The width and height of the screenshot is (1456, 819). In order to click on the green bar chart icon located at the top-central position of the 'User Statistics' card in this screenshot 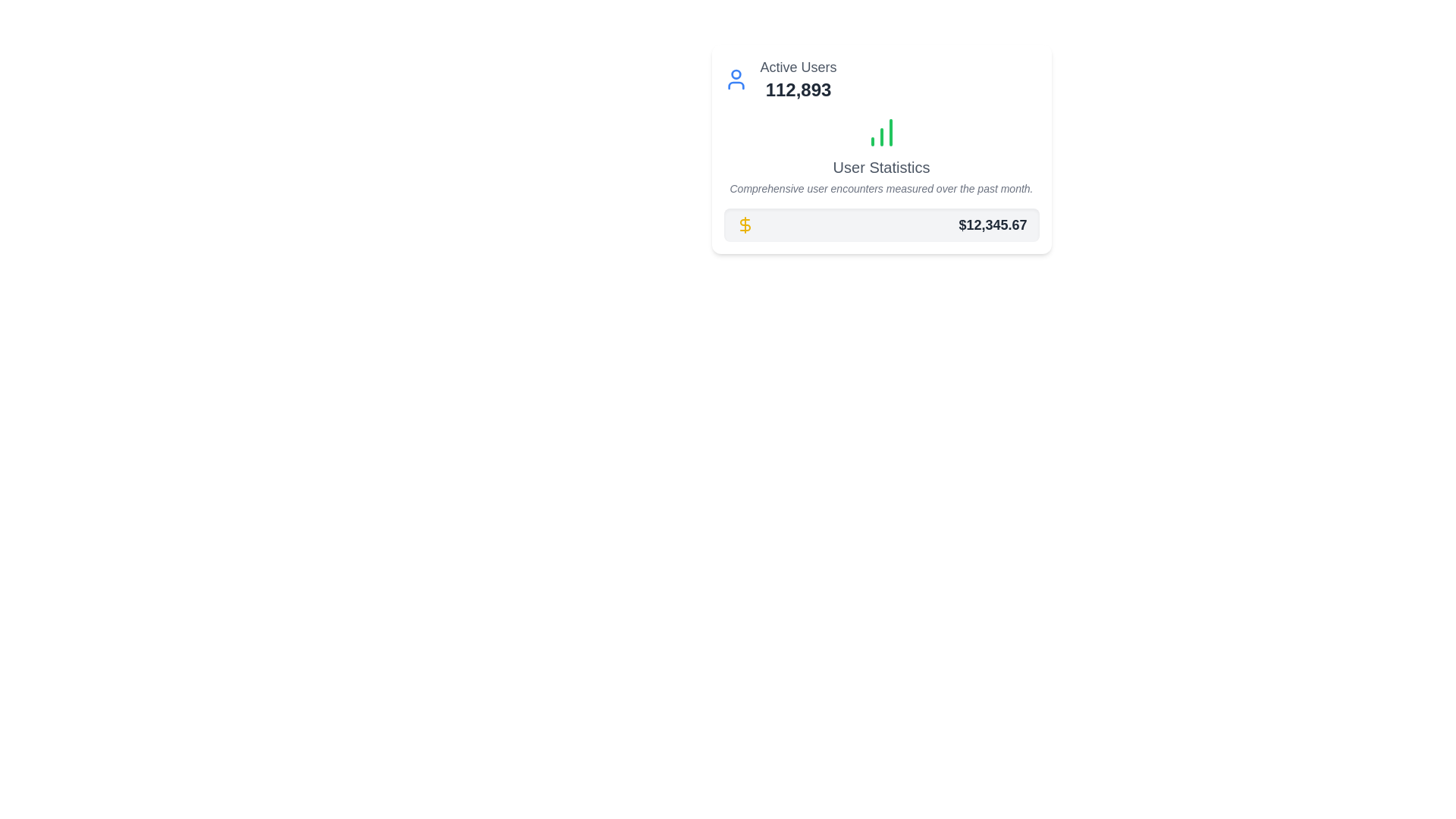, I will do `click(881, 131)`.